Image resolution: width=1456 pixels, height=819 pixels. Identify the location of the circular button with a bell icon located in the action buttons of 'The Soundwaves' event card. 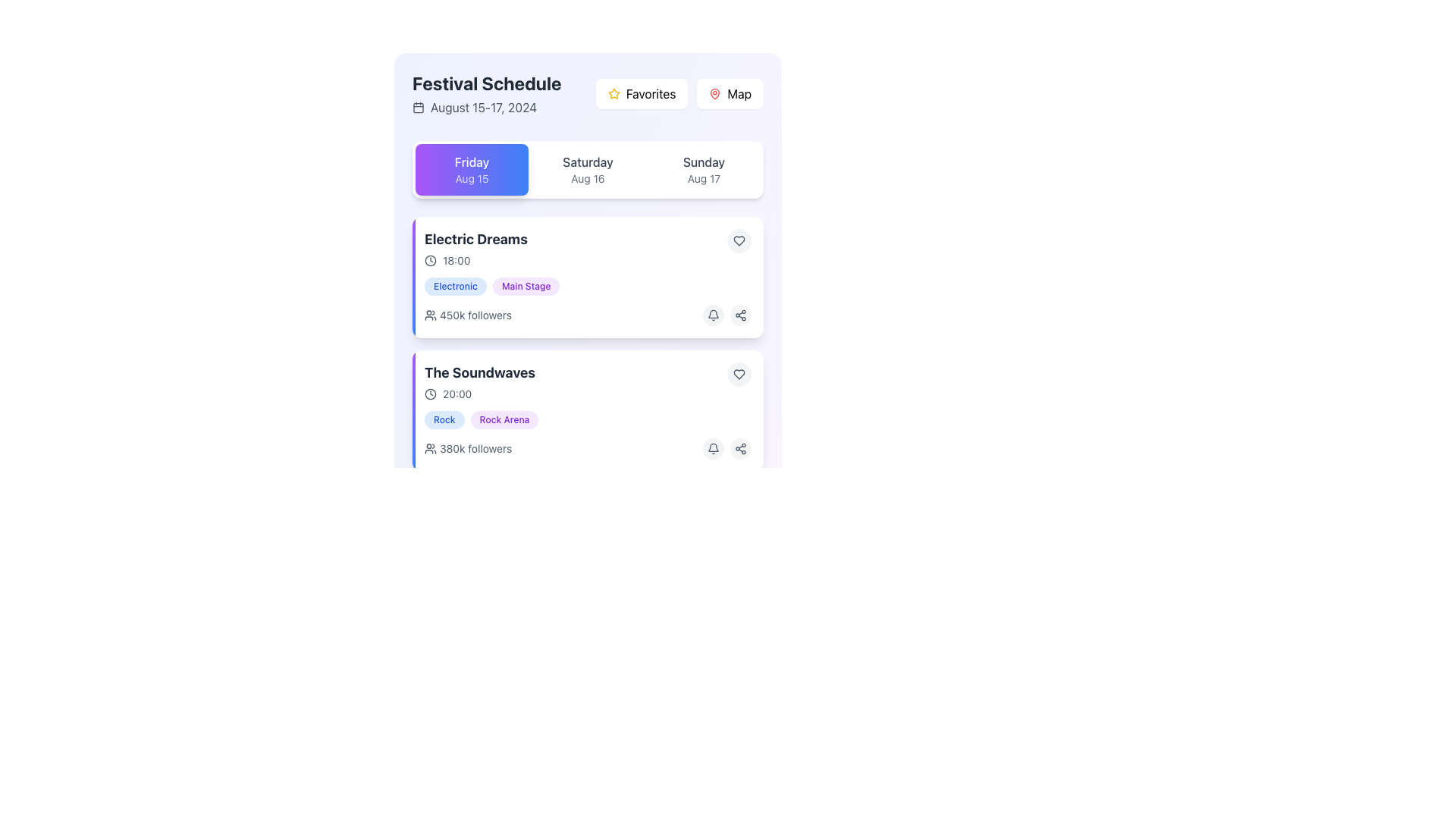
(712, 447).